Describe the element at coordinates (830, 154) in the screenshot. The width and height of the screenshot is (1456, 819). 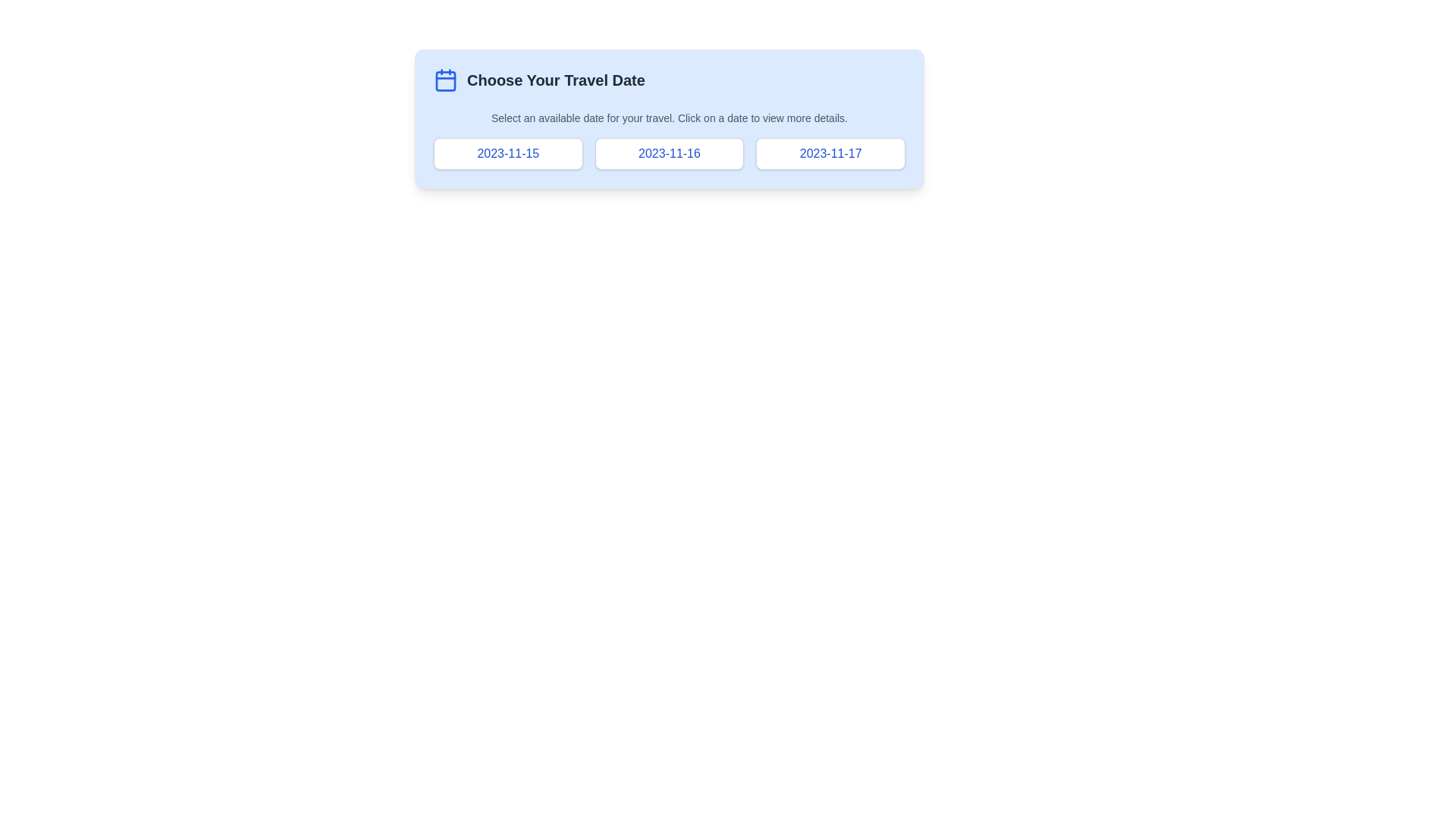
I see `the button labeled '2023-11-17'` at that location.